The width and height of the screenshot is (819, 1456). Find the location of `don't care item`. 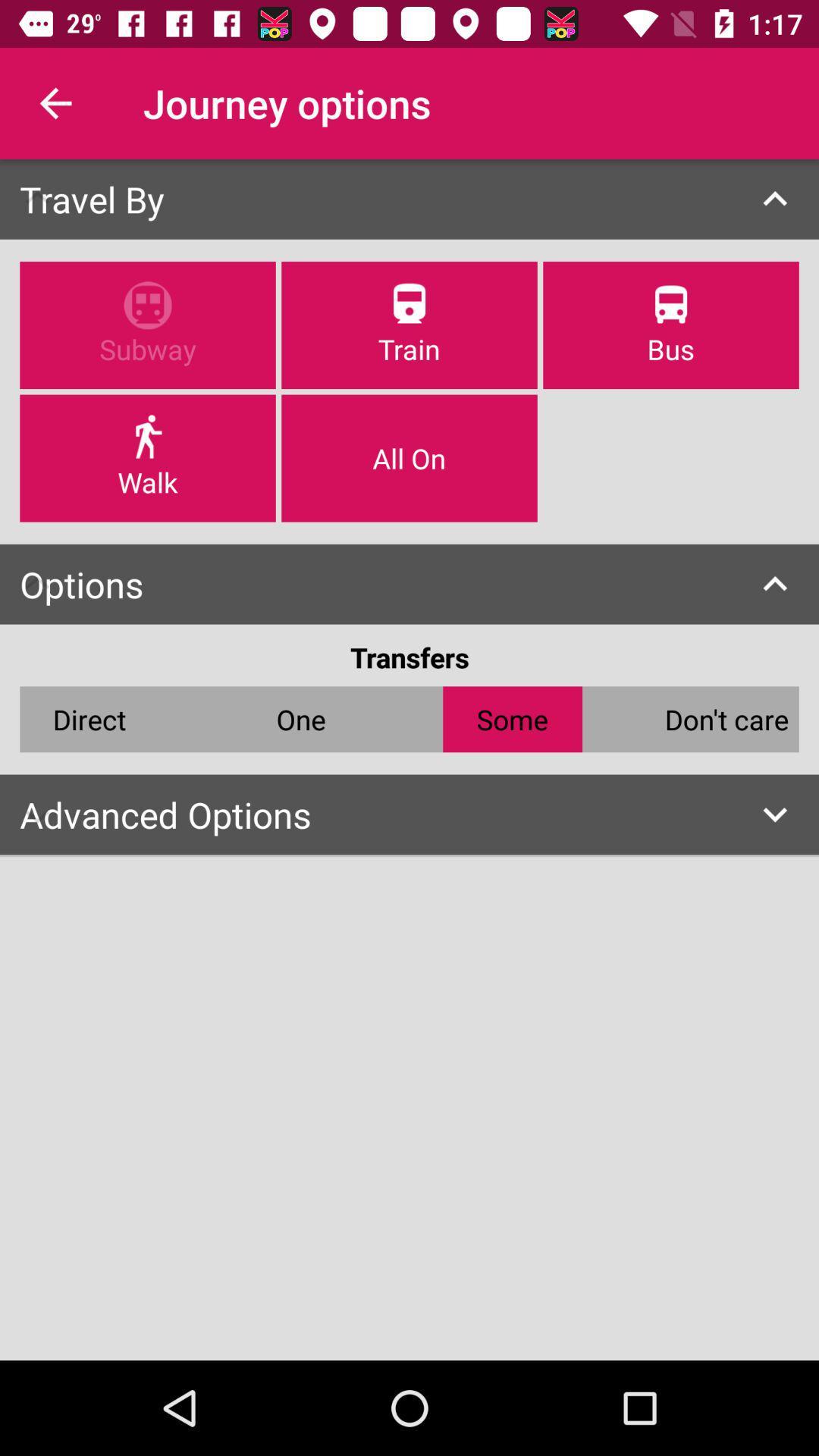

don't care item is located at coordinates (726, 718).